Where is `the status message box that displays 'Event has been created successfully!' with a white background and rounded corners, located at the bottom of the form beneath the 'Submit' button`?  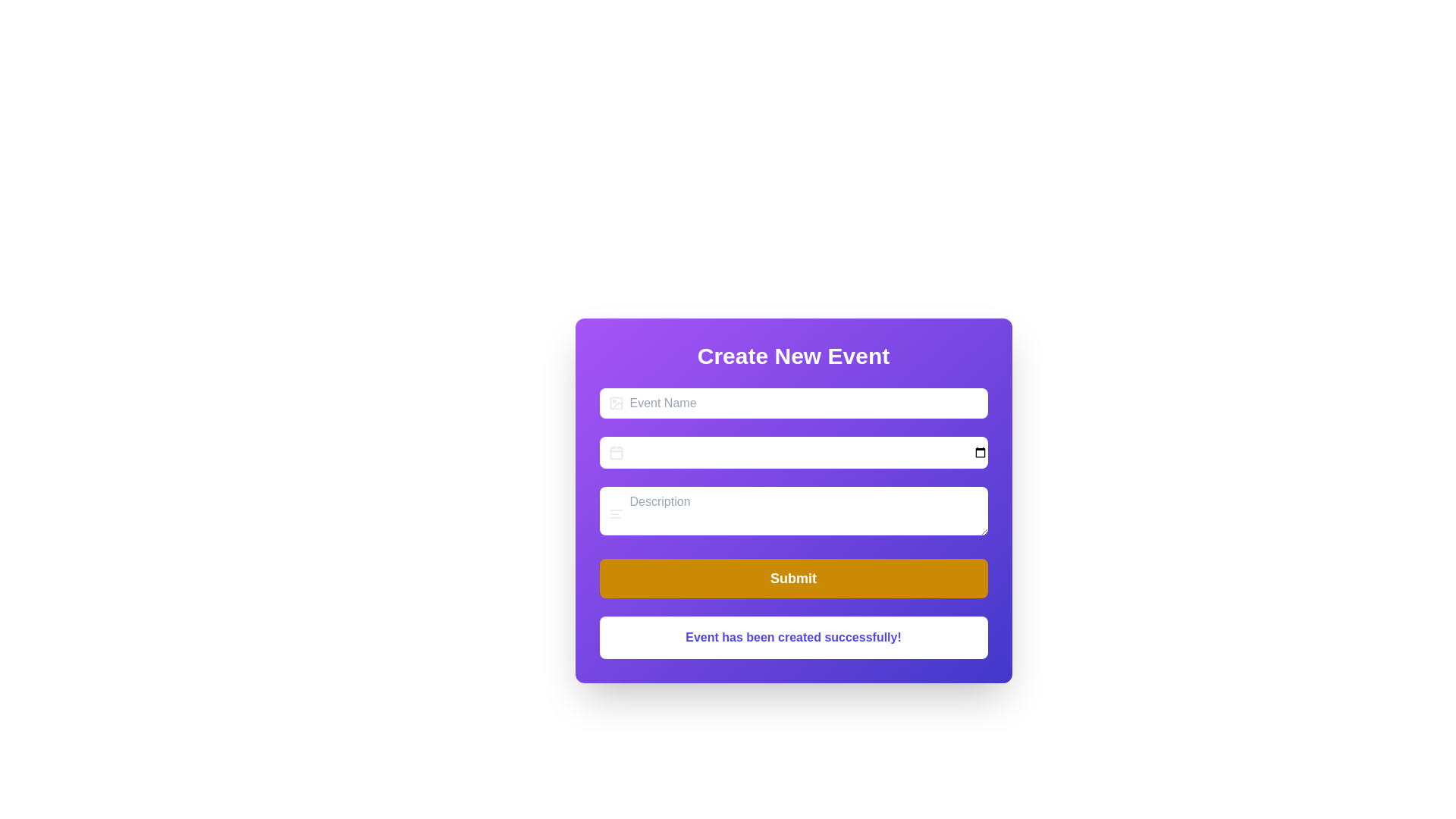 the status message box that displays 'Event has been created successfully!' with a white background and rounded corners, located at the bottom of the form beneath the 'Submit' button is located at coordinates (792, 637).